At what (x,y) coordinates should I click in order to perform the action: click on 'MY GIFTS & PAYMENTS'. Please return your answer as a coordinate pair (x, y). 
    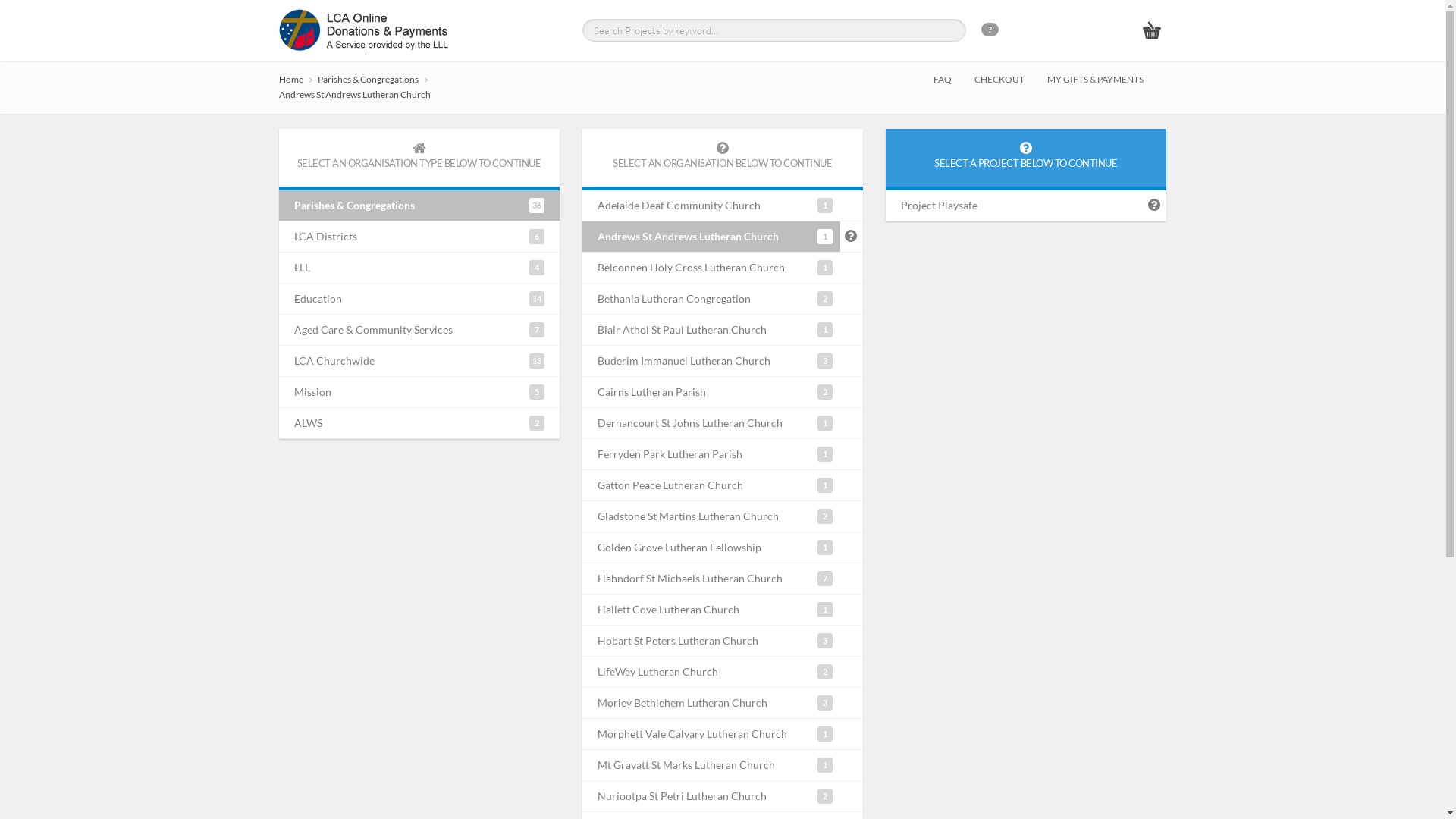
    Looking at the image, I should click on (1046, 79).